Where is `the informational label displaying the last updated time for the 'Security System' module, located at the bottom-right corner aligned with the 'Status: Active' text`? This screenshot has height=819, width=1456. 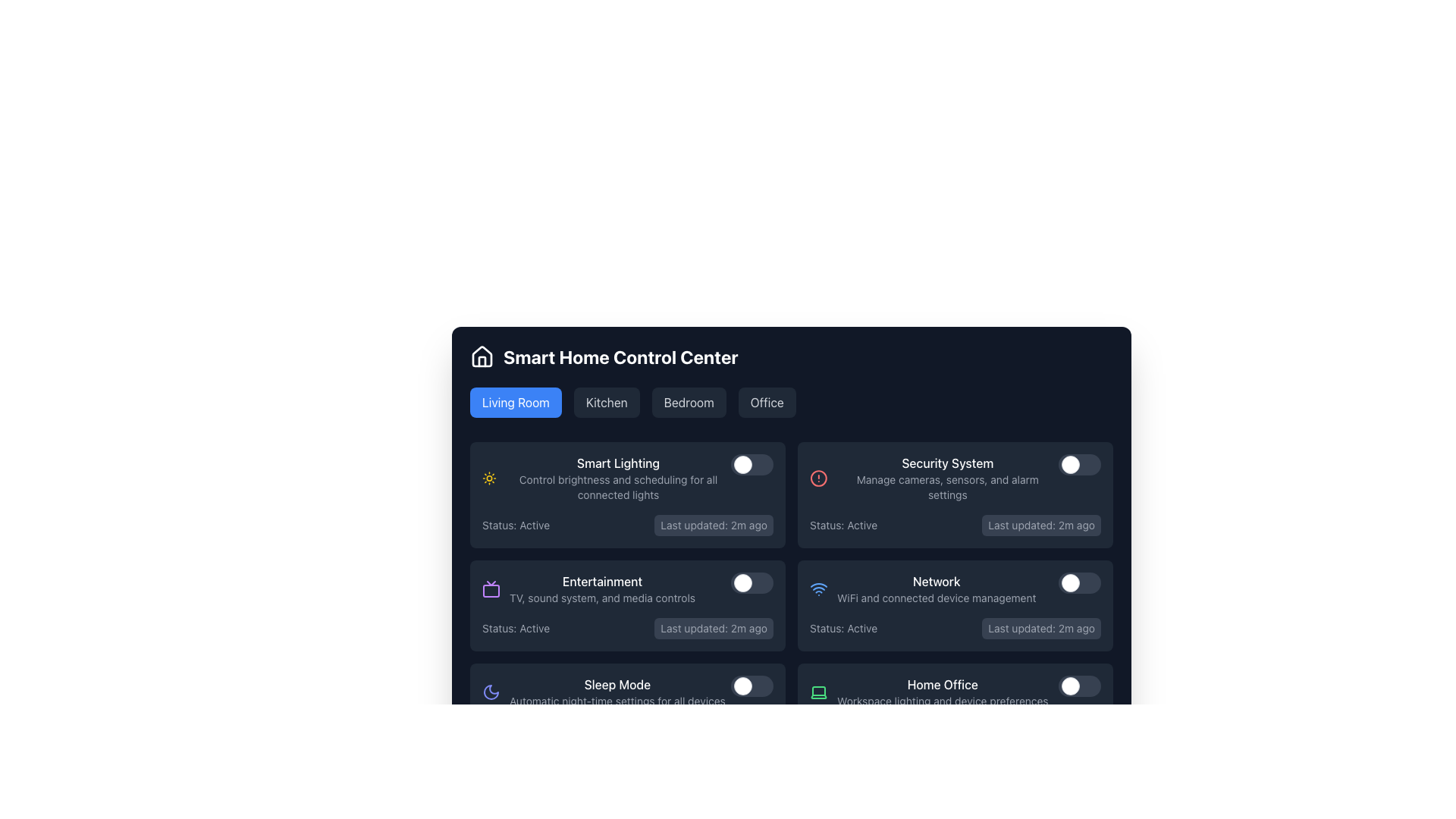
the informational label displaying the last updated time for the 'Security System' module, located at the bottom-right corner aligned with the 'Status: Active' text is located at coordinates (1040, 525).